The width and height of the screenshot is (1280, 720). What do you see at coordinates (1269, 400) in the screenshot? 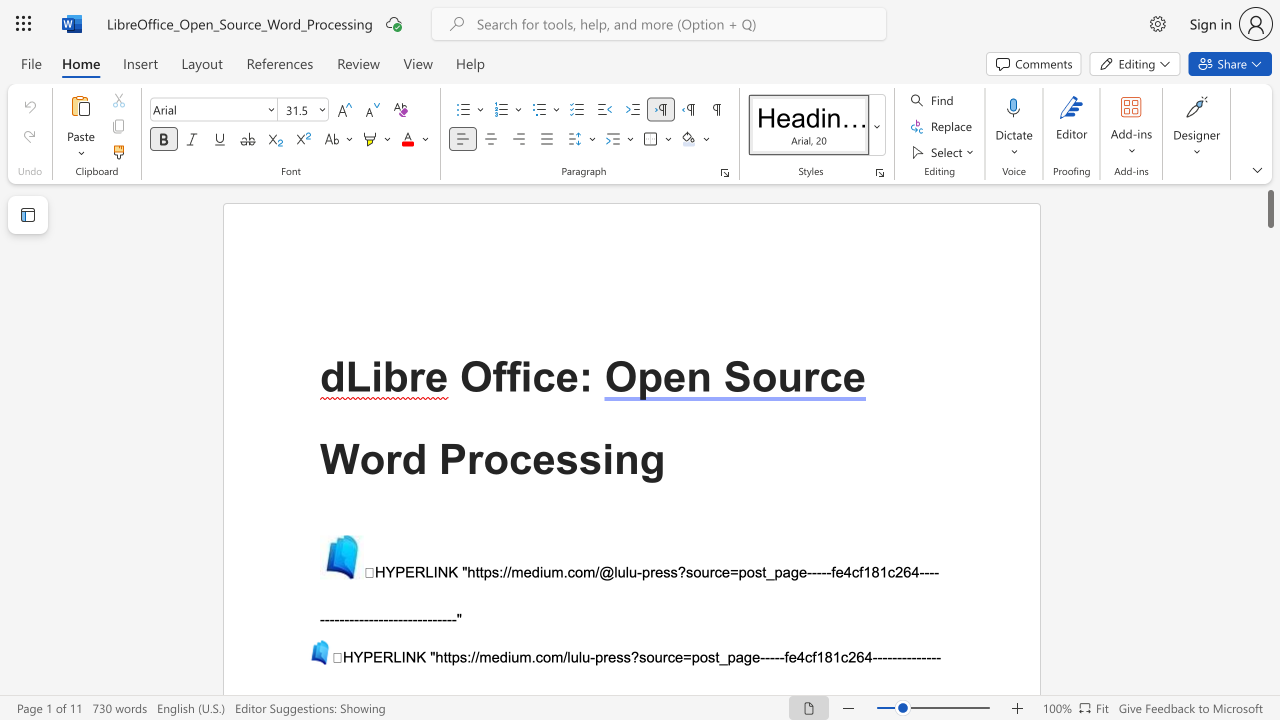
I see `the scrollbar on the right to shift the page lower` at bounding box center [1269, 400].